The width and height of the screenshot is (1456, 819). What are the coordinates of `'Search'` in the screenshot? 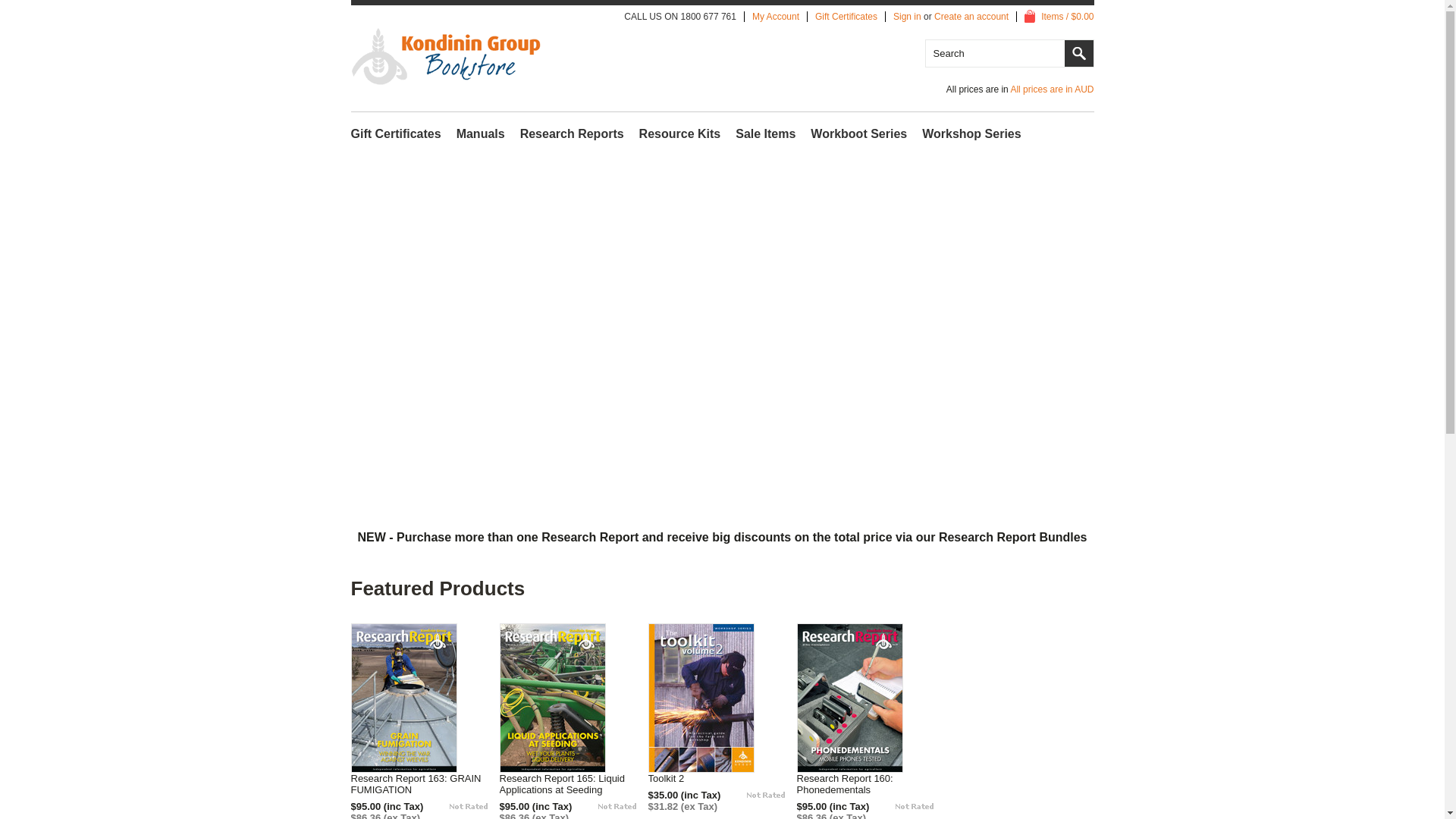 It's located at (1078, 52).